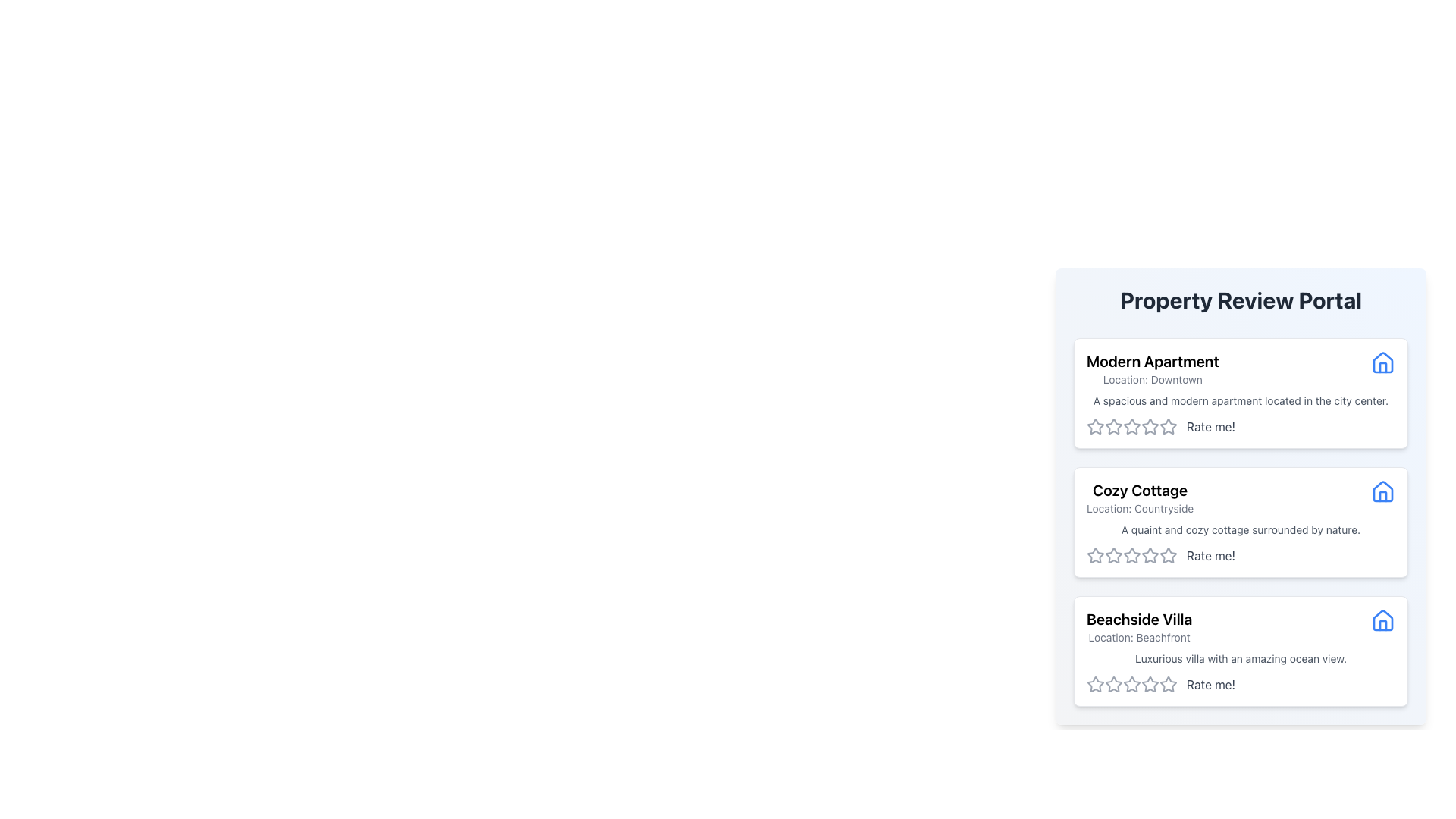  Describe the element at coordinates (1153, 369) in the screenshot. I see `text block that identifies the property as 'Modern Apartment' located in 'Downtown', positioned in the upper-left corner of the property card` at that location.